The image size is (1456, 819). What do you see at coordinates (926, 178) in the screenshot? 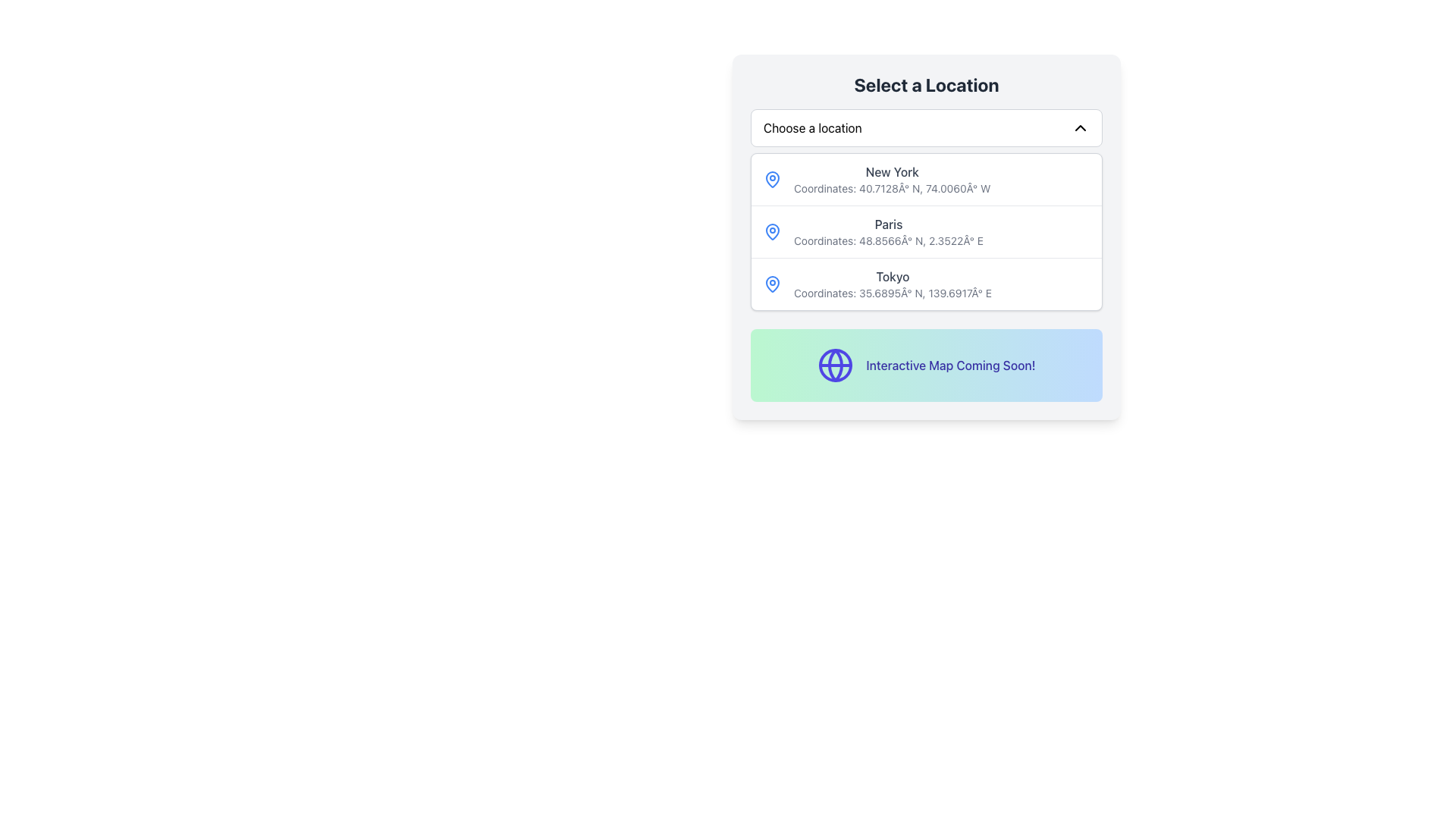
I see `the selectable location option for 'New York'` at bounding box center [926, 178].